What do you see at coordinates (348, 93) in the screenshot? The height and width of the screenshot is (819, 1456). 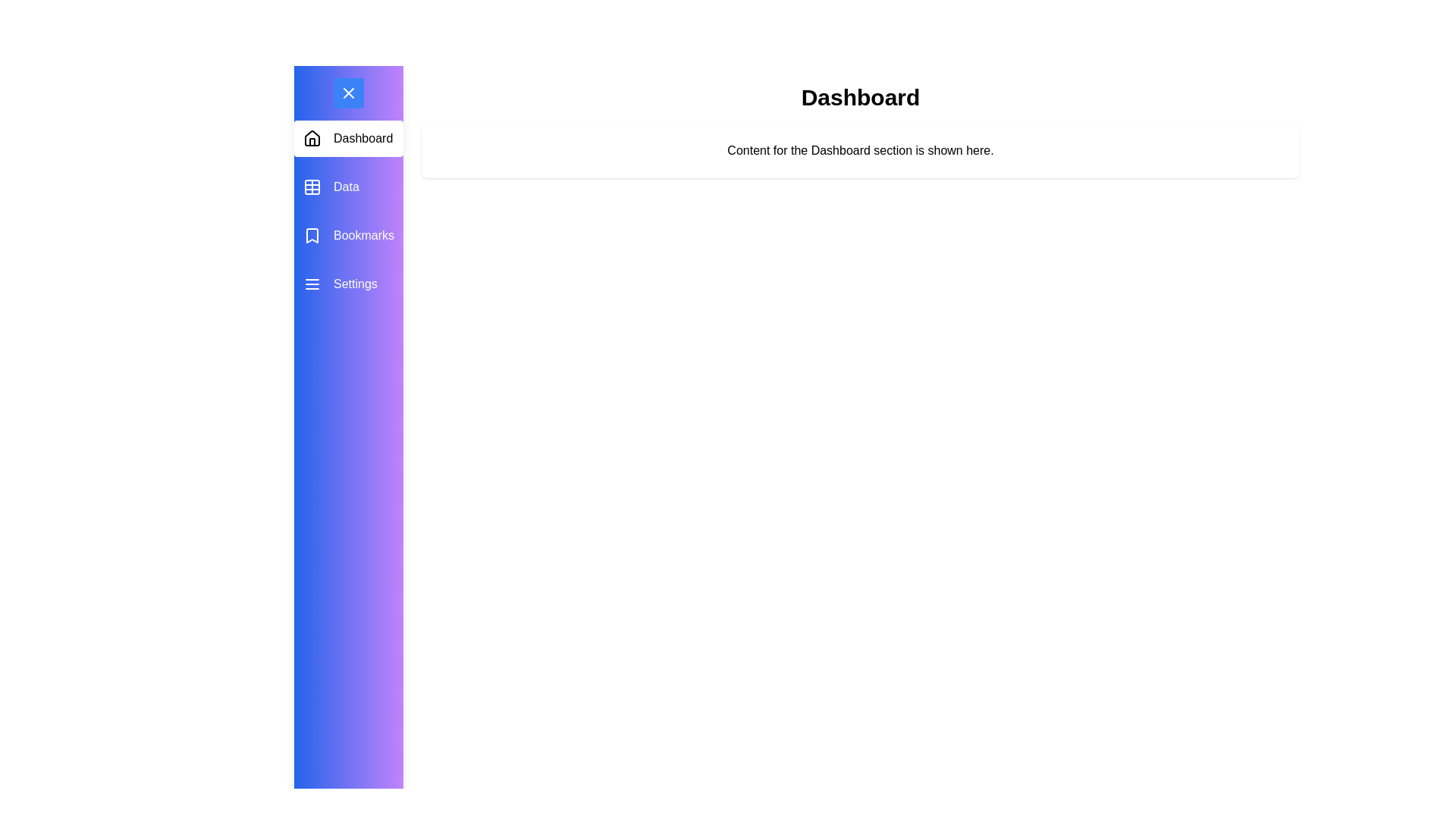 I see `the toggle button to change the drawer's visibility` at bounding box center [348, 93].